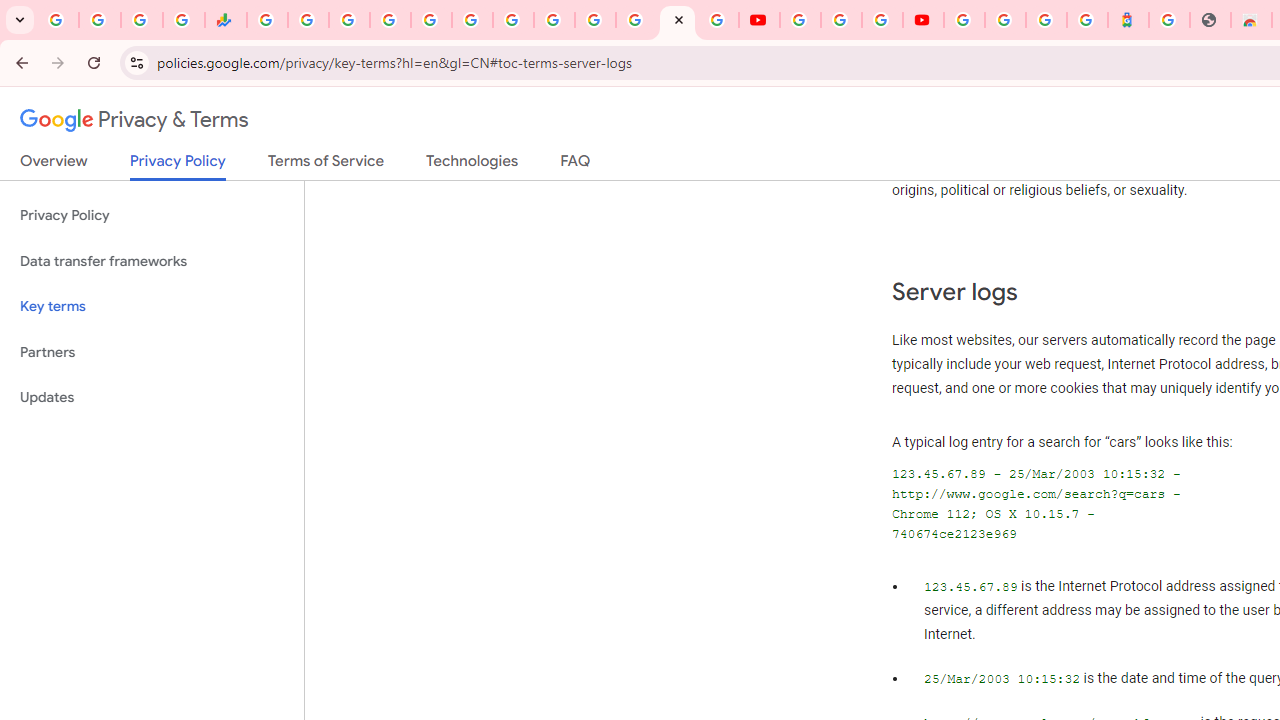 This screenshot has height=720, width=1280. What do you see at coordinates (964, 20) in the screenshot?
I see `'Sign in - Google Accounts'` at bounding box center [964, 20].